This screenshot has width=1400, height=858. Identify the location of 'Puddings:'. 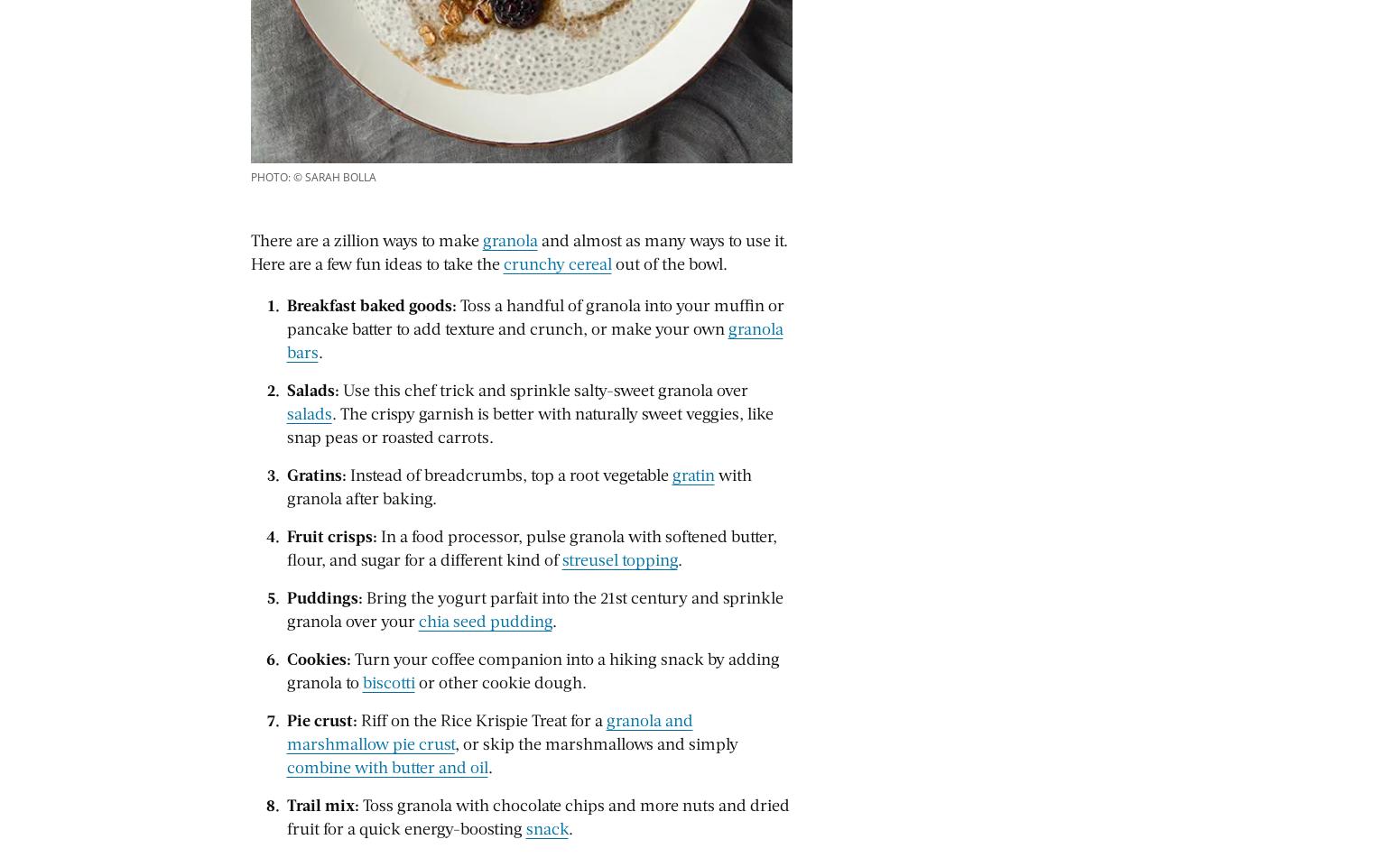
(324, 595).